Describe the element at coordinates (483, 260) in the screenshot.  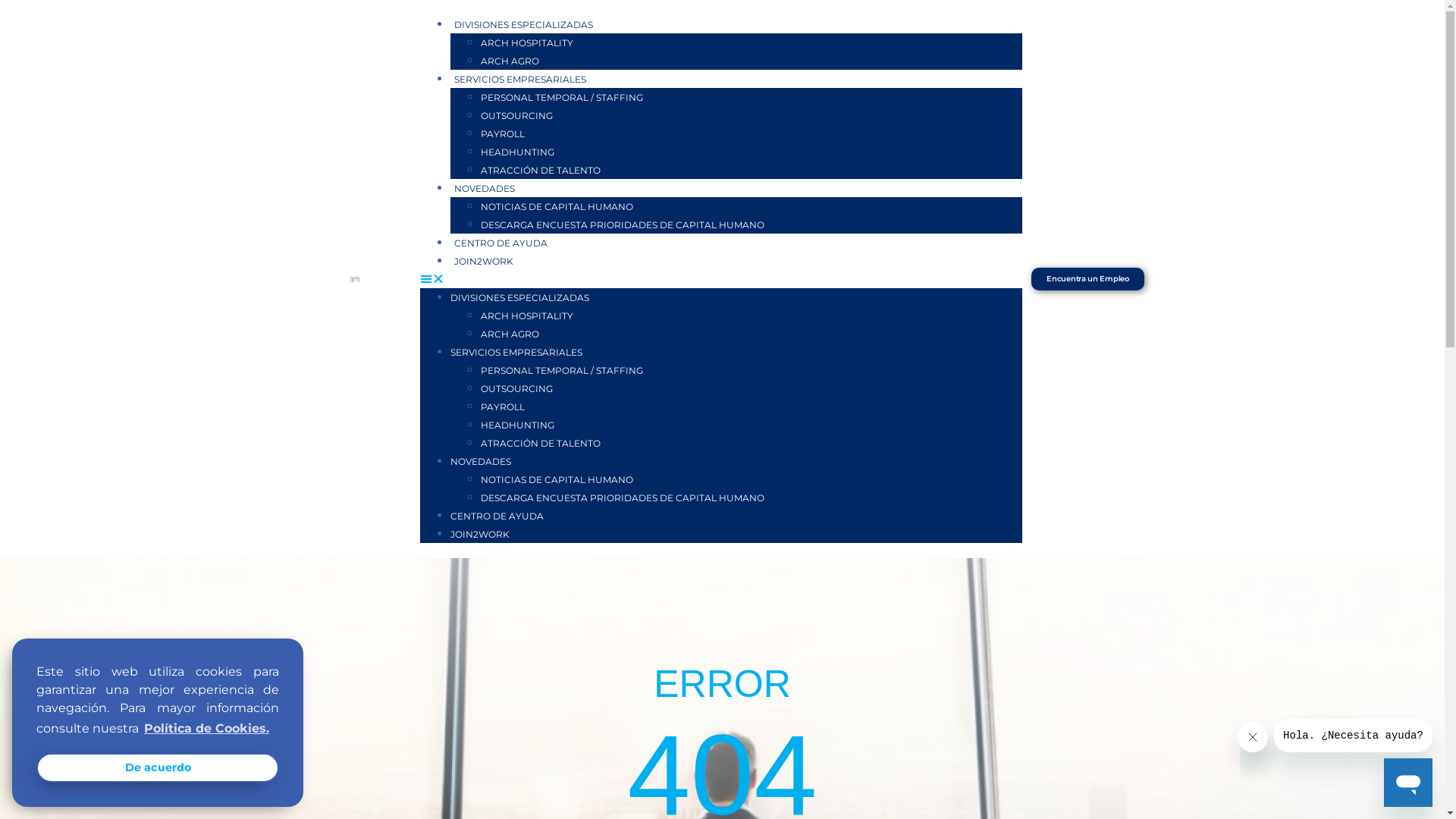
I see `'JOIN2WORK'` at that location.